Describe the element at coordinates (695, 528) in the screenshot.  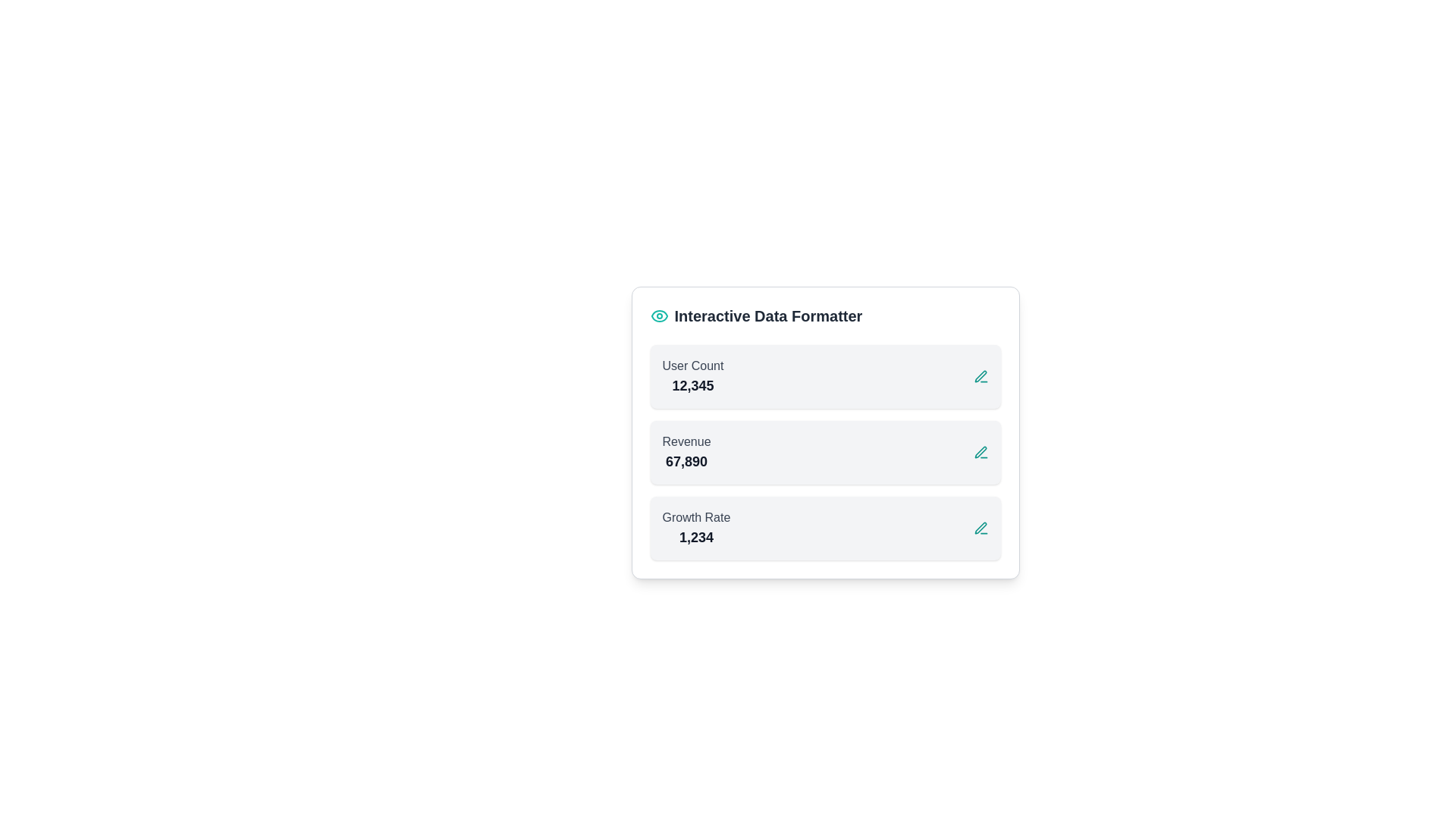
I see `the Data label displaying 'Growth Rate' and its value '1,234' located under the 'Interactive Data Formatter' section` at that location.